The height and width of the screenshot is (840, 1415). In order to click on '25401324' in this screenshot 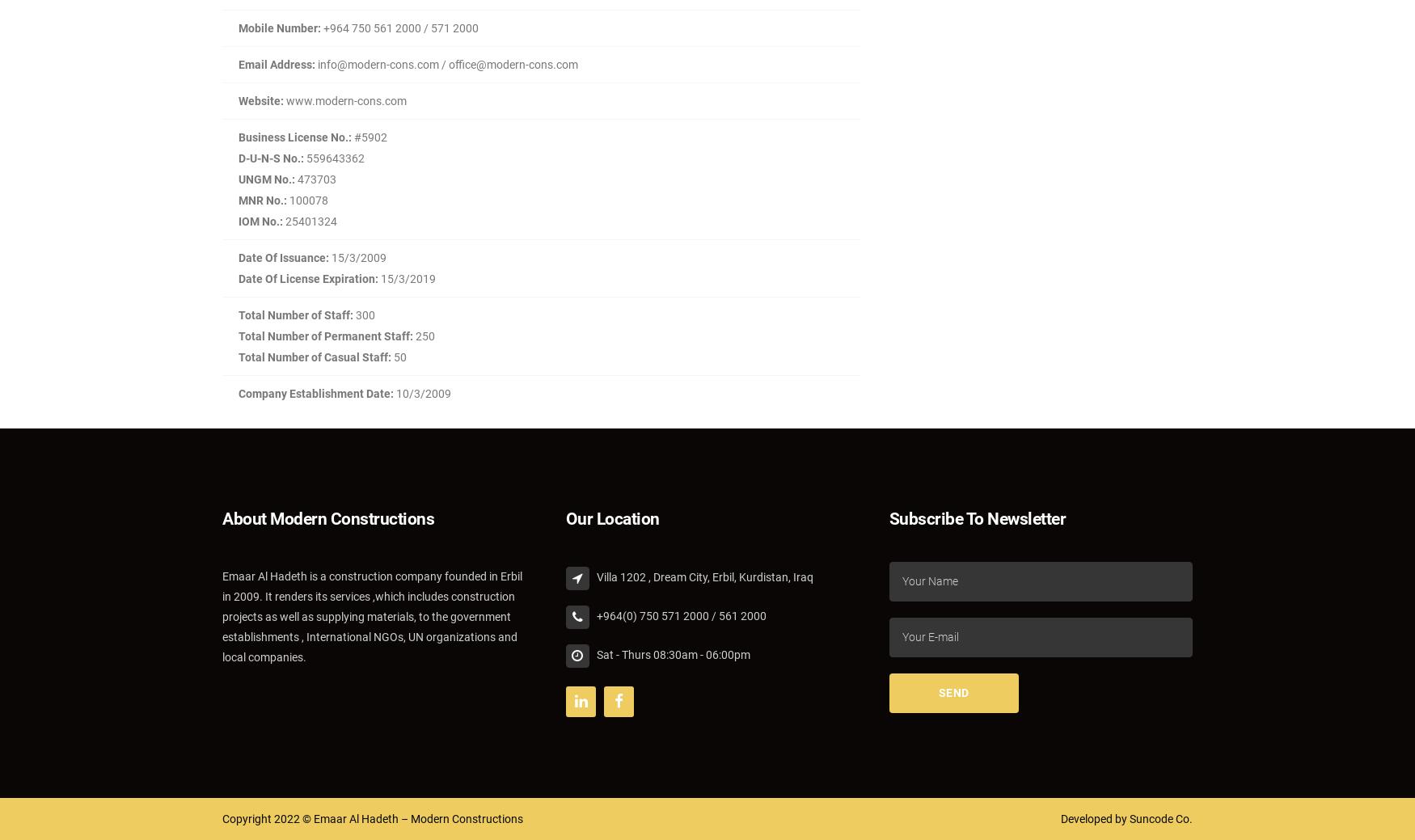, I will do `click(309, 221)`.